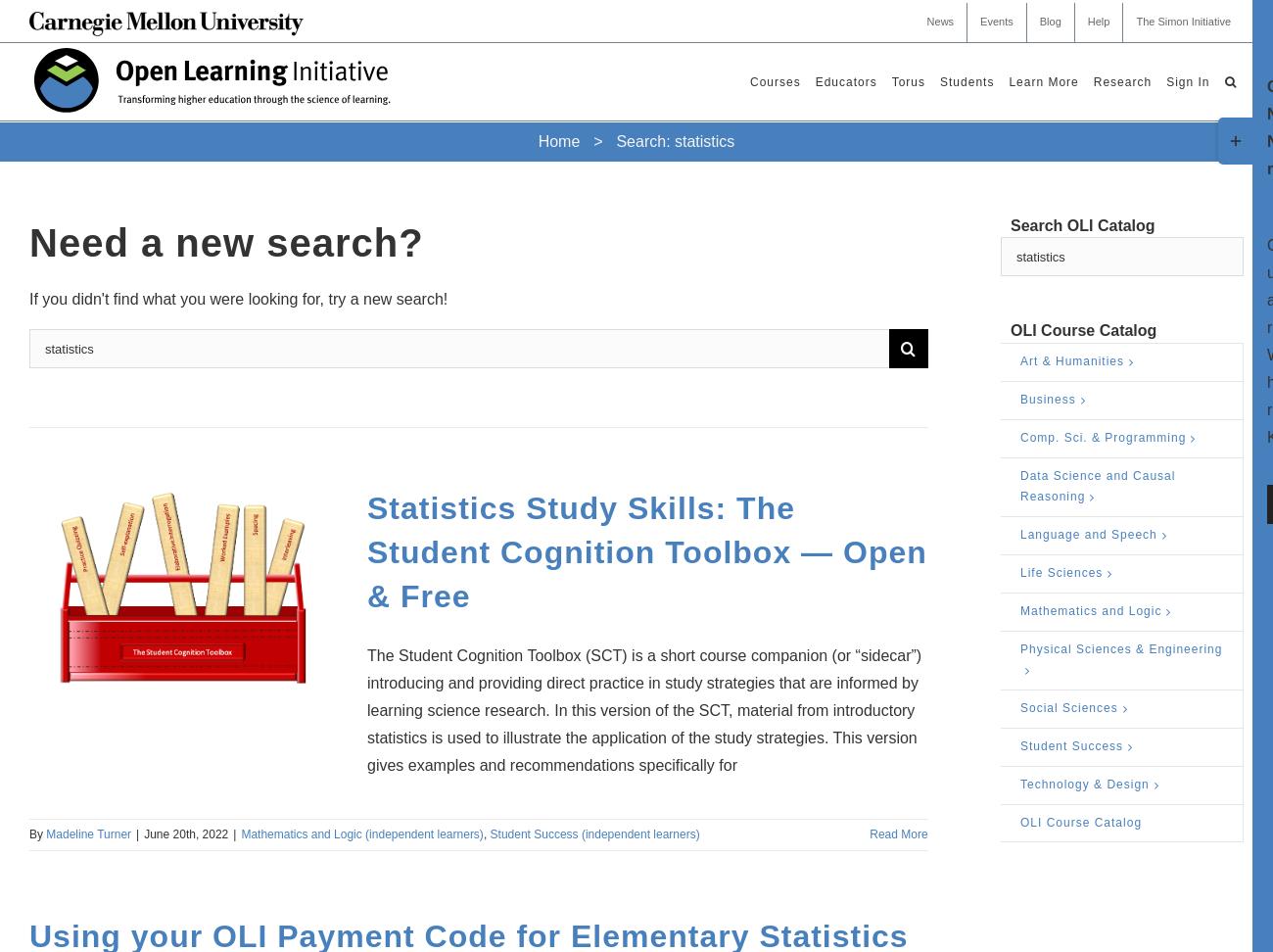 The image size is (1273, 952). What do you see at coordinates (643, 709) in the screenshot?
I see `'The Student Cognition Toolbox (SCT) is a short course companion (or “sidecar”) introducing and providing direct practice in study strategies that are informed by learning science research. In this version of the SCT, material from introductory statistics is used to illustrate the application of the study strategies. This version gives examples and recommendations specifically for'` at bounding box center [643, 709].